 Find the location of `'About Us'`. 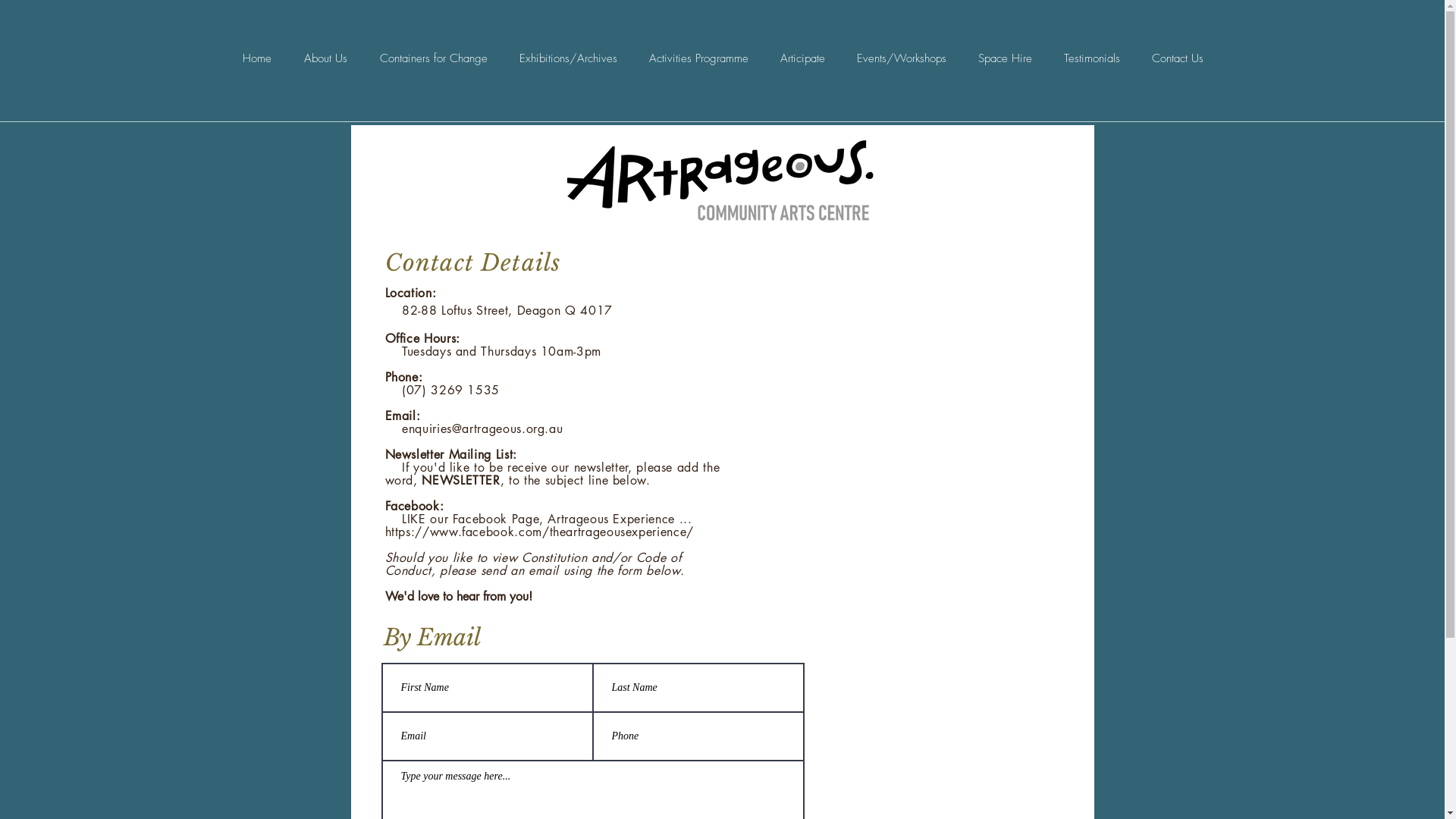

'About Us' is located at coordinates (325, 58).